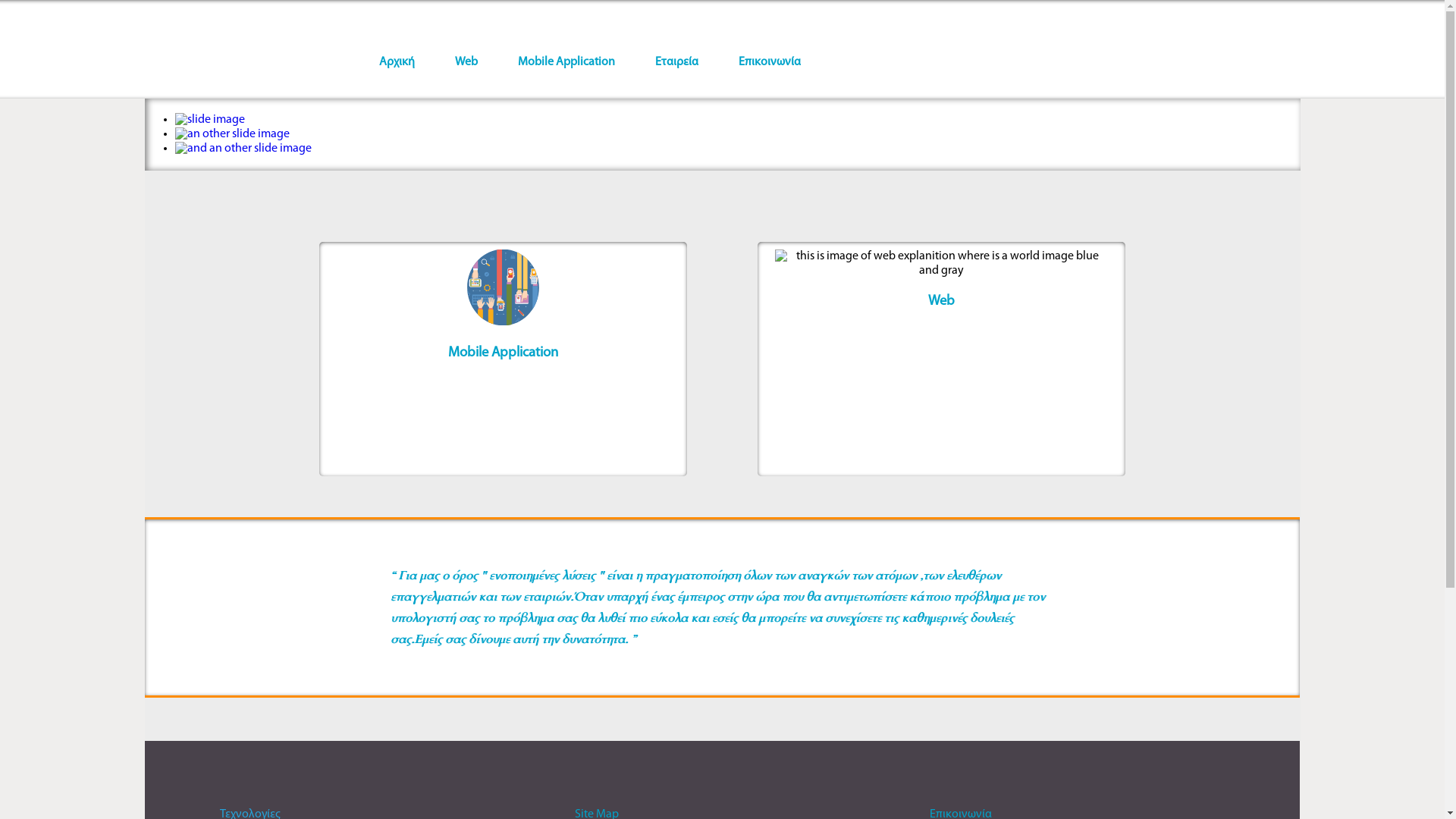 The width and height of the screenshot is (1456, 819). I want to click on 'Mobile Application', so click(566, 61).